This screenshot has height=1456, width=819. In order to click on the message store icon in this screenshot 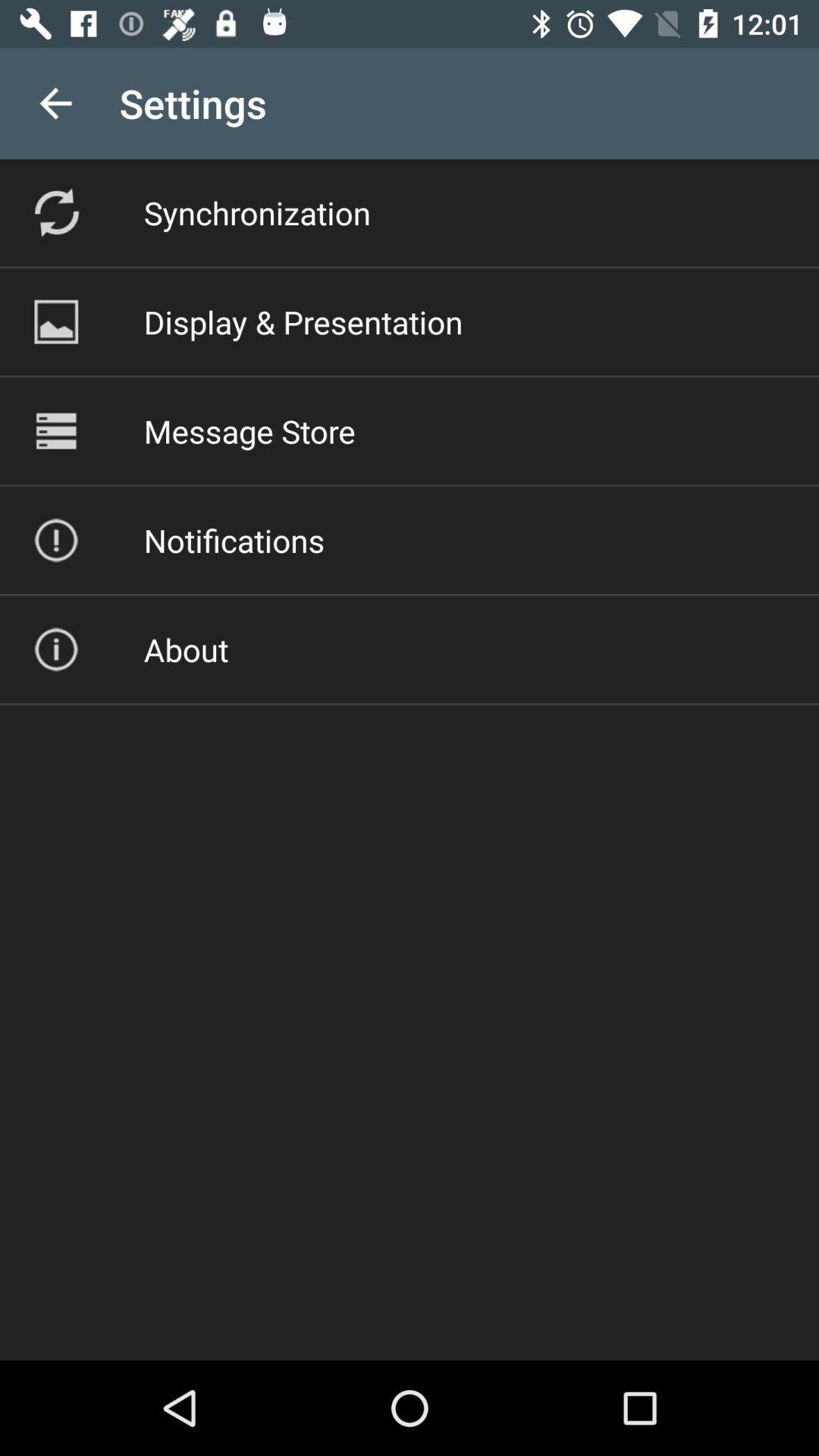, I will do `click(249, 430)`.